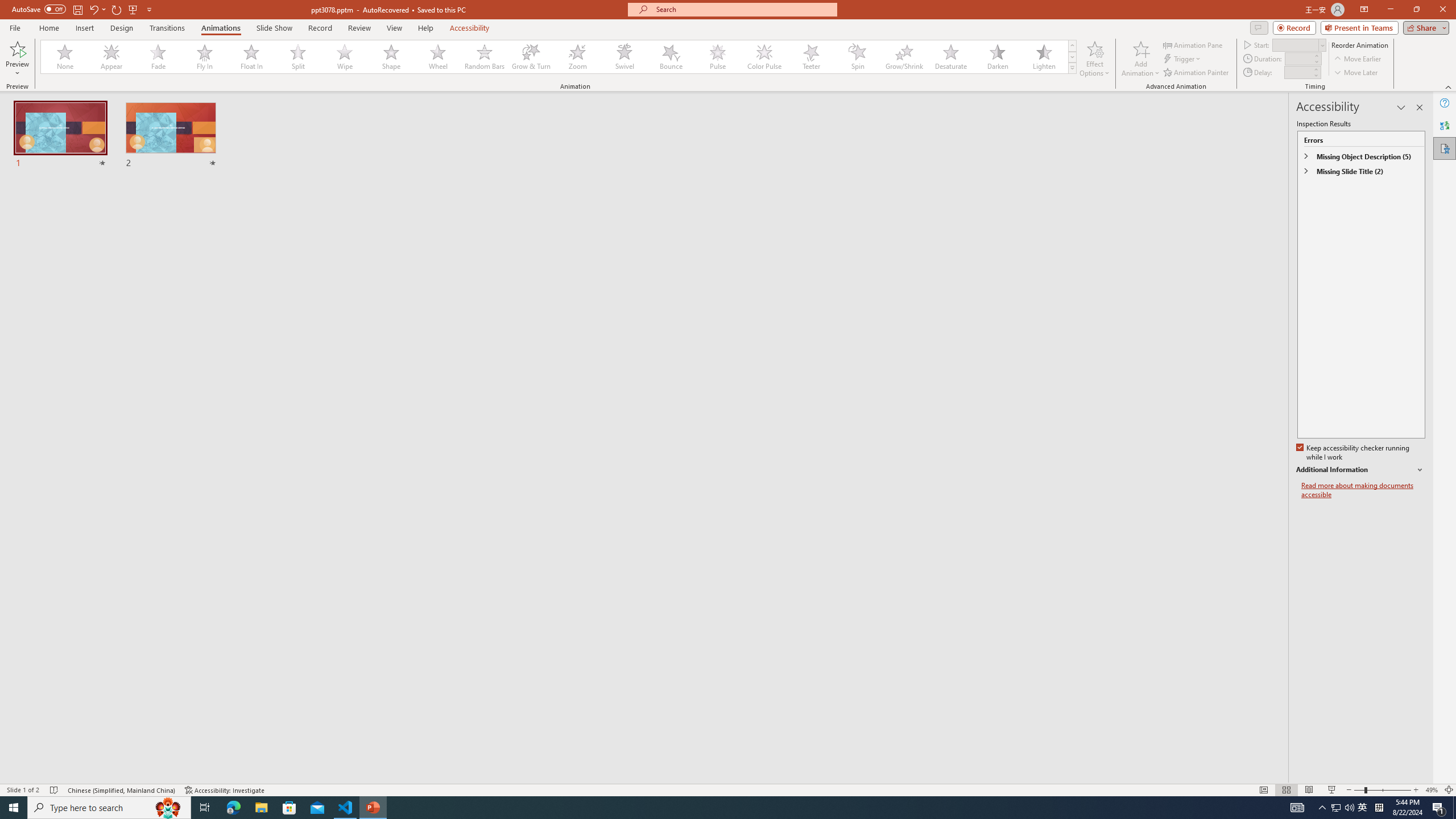 This screenshot has height=819, width=1456. I want to click on 'Animation Delay', so click(1296, 72).